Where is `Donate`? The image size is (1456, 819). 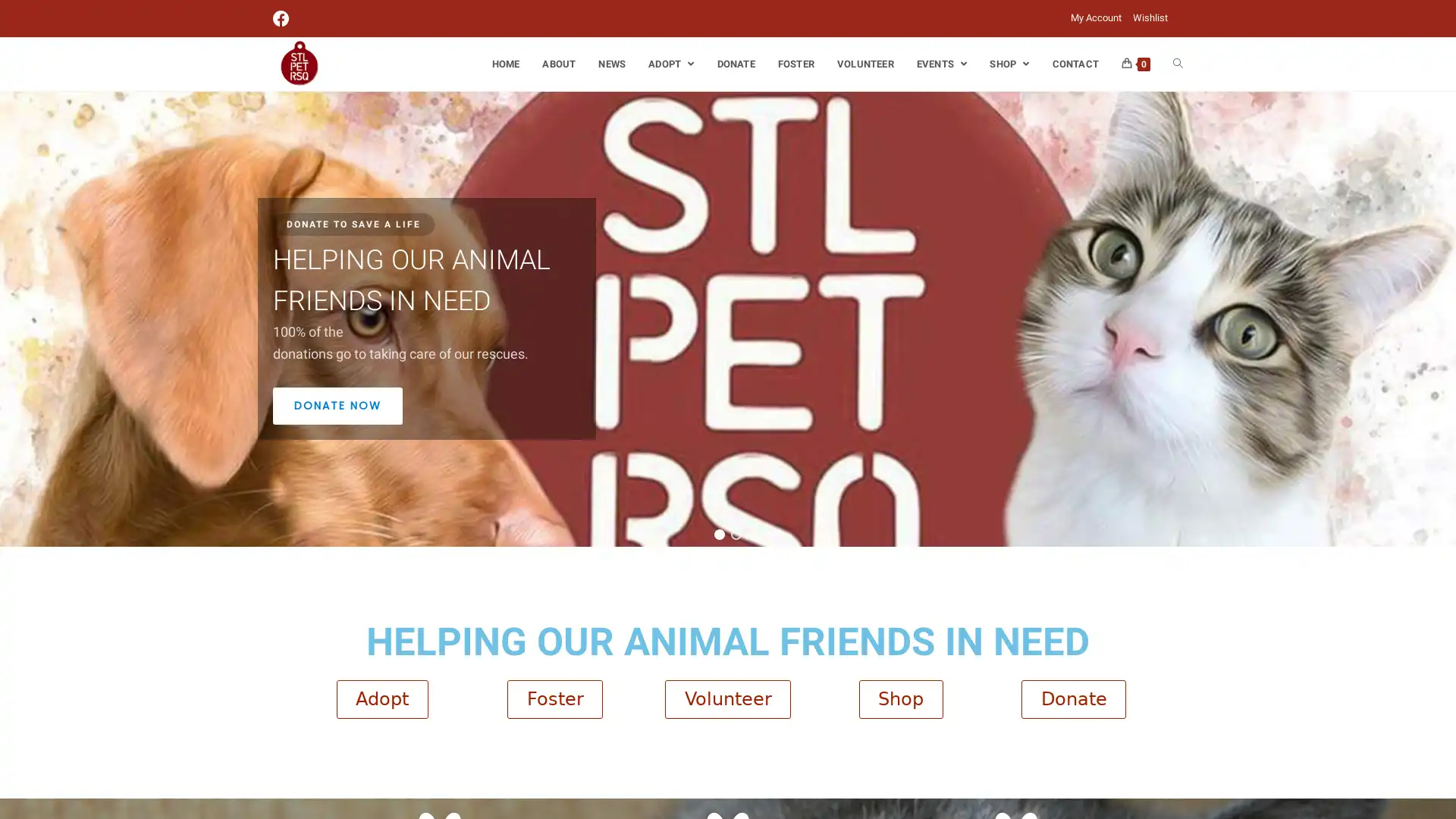 Donate is located at coordinates (1073, 698).